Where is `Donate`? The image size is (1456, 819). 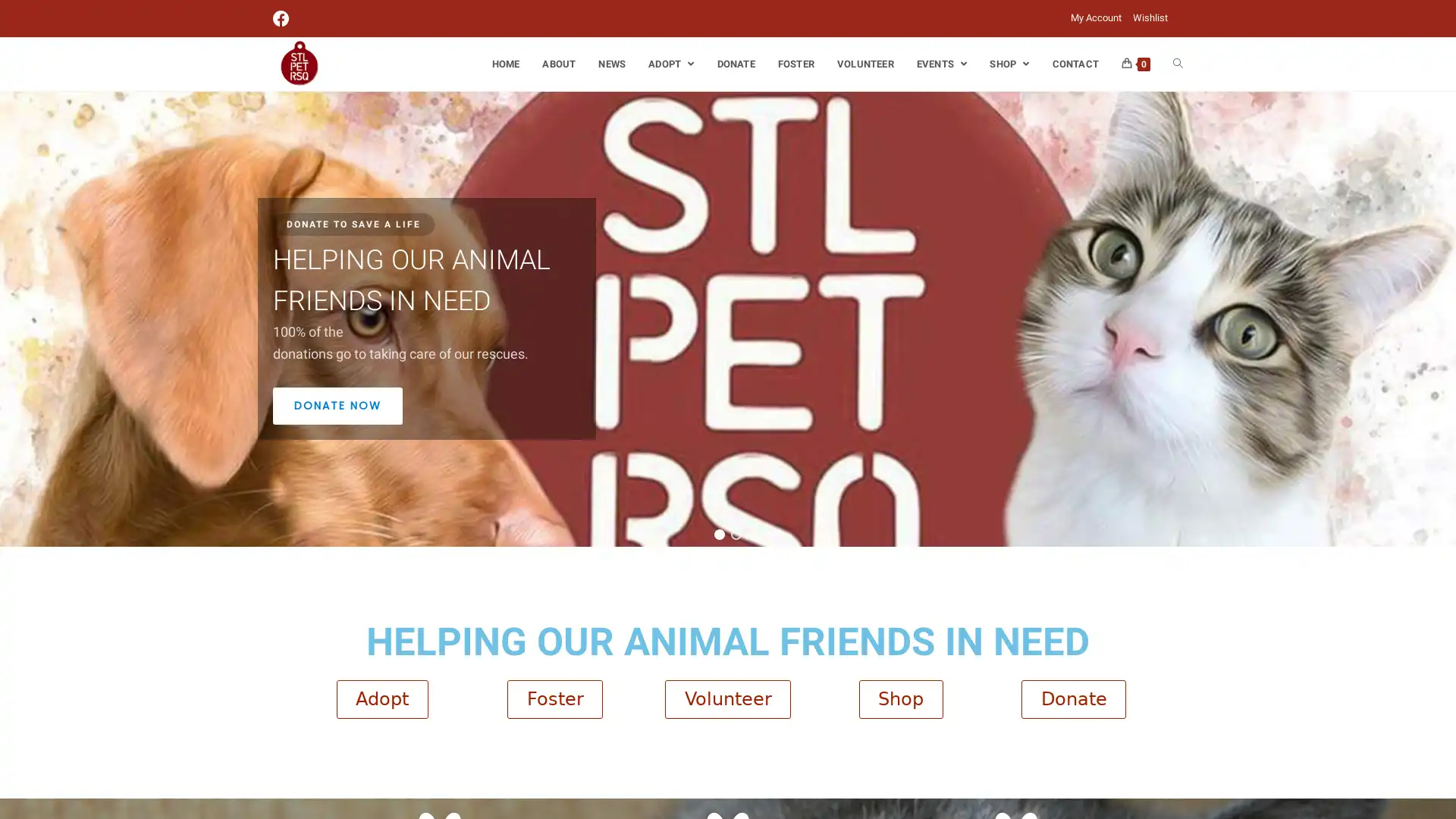 Donate is located at coordinates (1073, 698).